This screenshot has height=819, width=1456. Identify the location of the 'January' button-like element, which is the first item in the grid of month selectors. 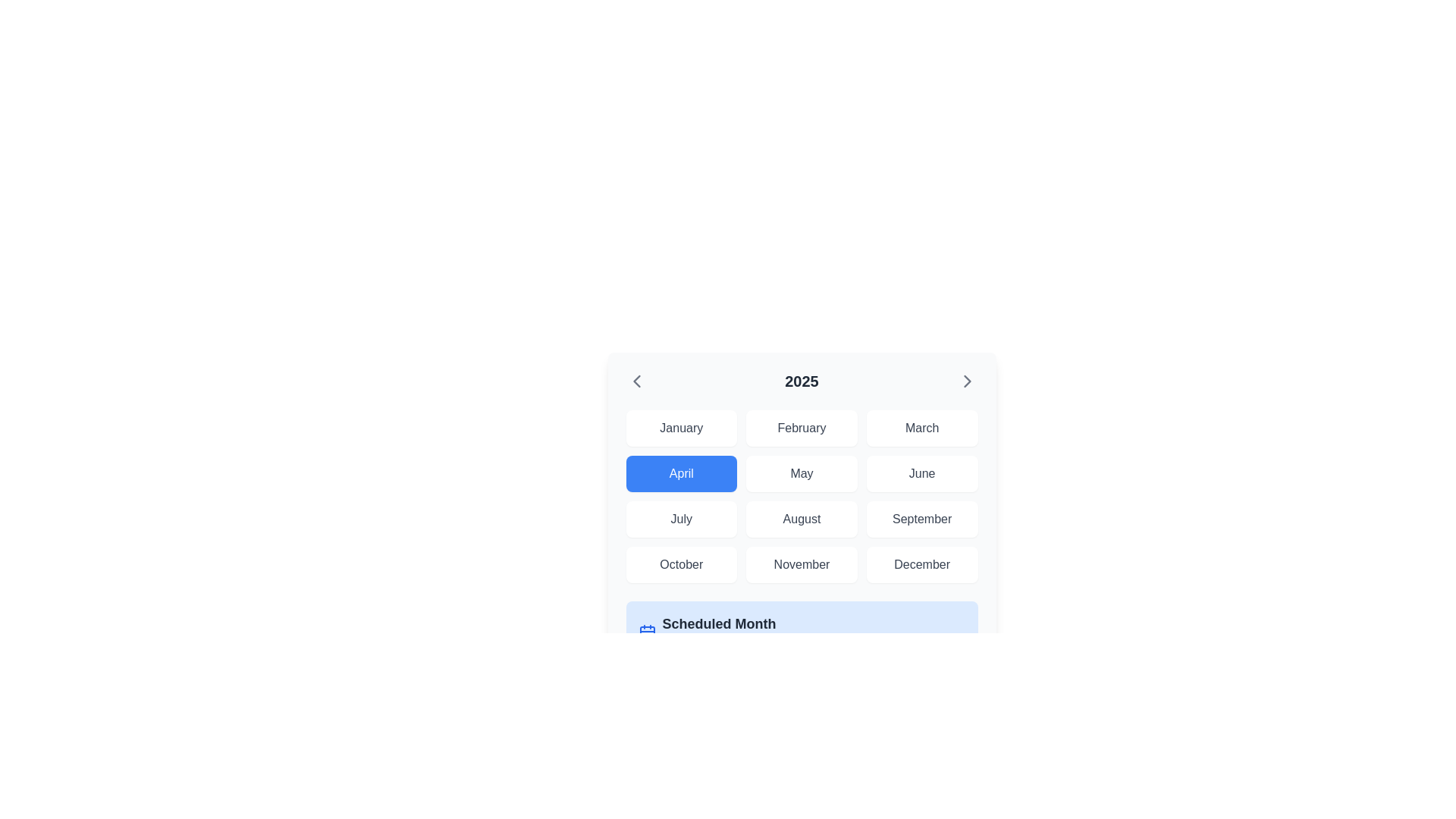
(680, 428).